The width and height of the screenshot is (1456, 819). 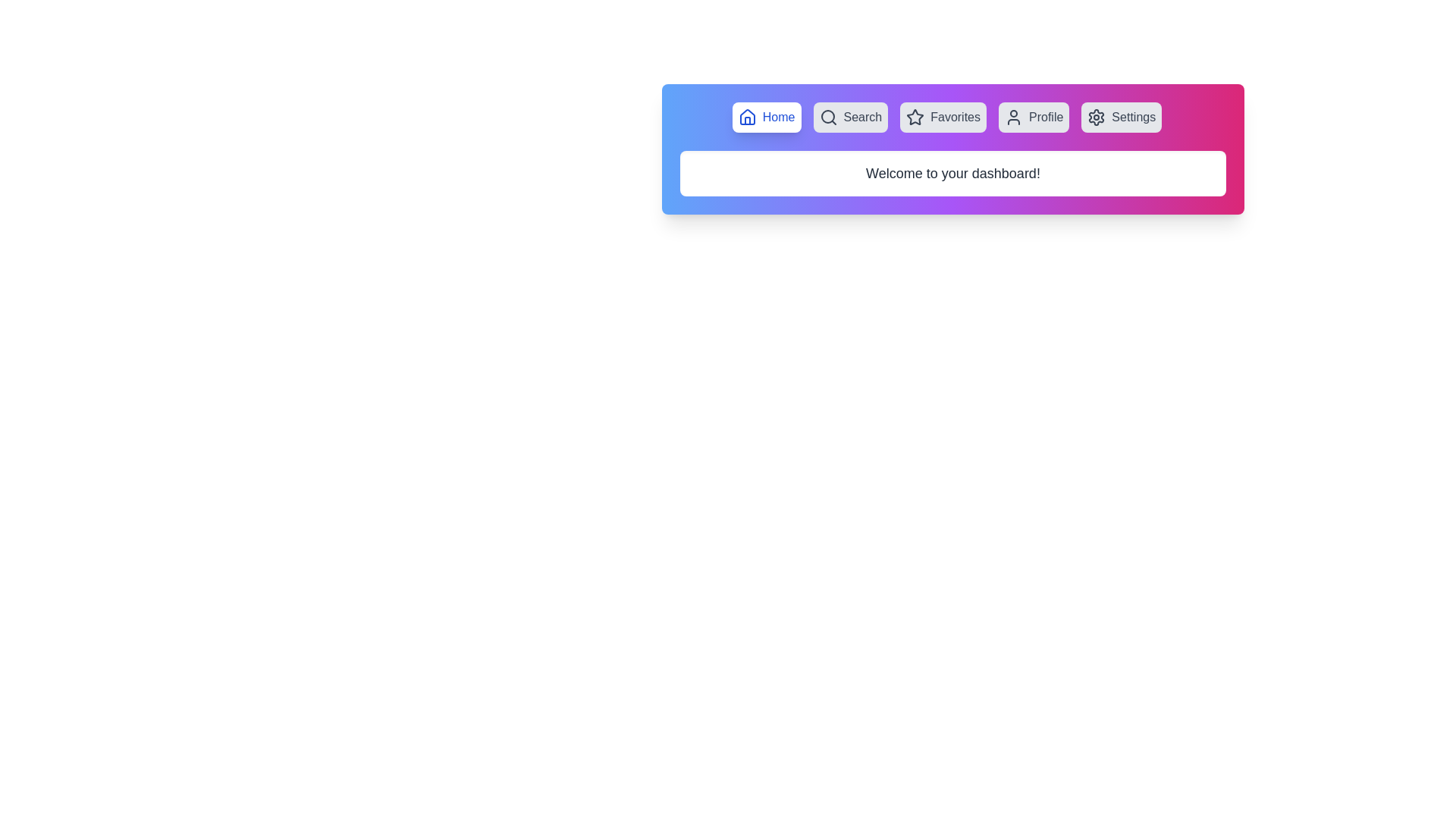 I want to click on the 'Favorites' button in the navigation bar to visualize the hover effects, so click(x=952, y=116).